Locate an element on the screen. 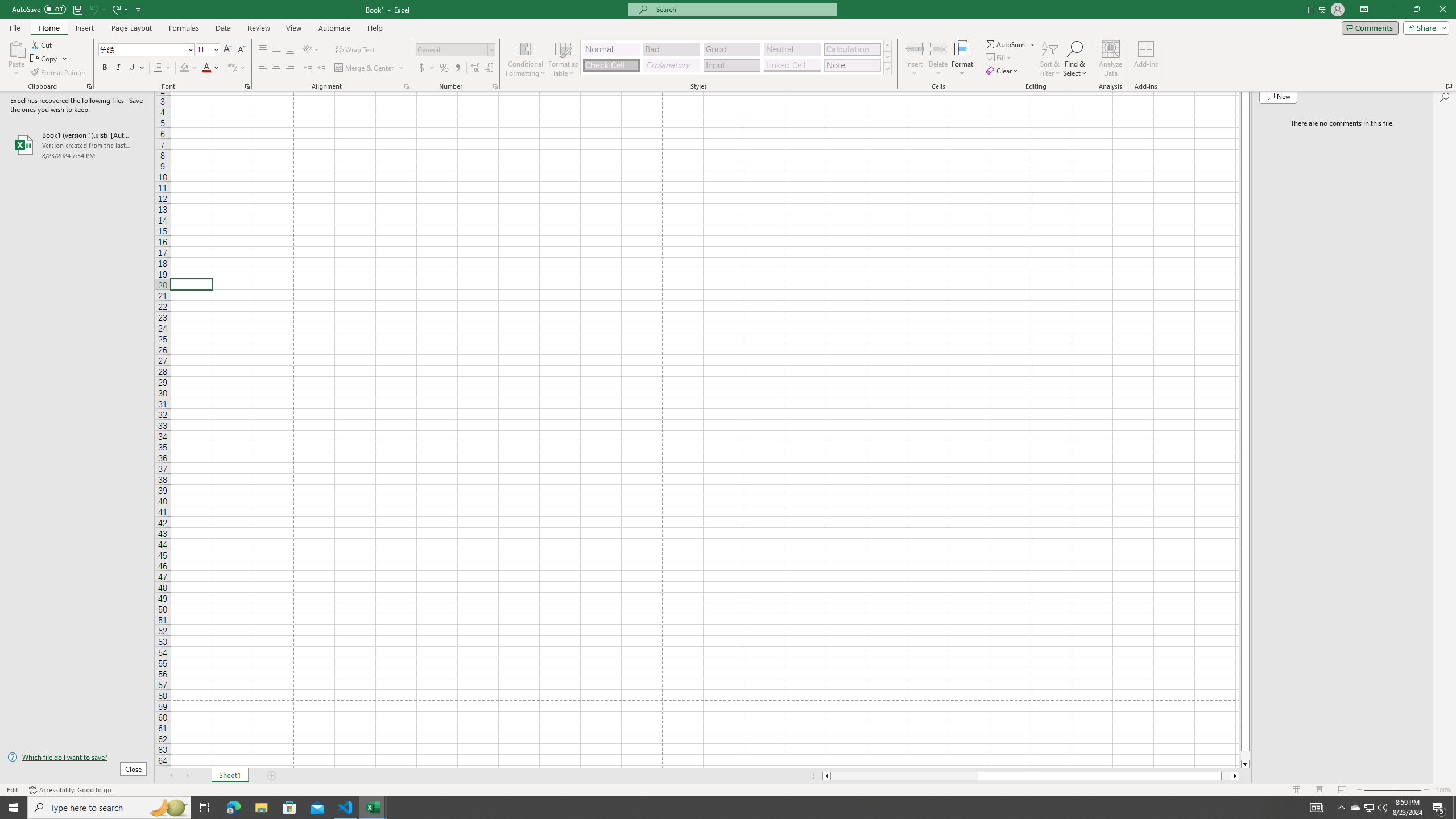  'System' is located at coordinates (6, 5).